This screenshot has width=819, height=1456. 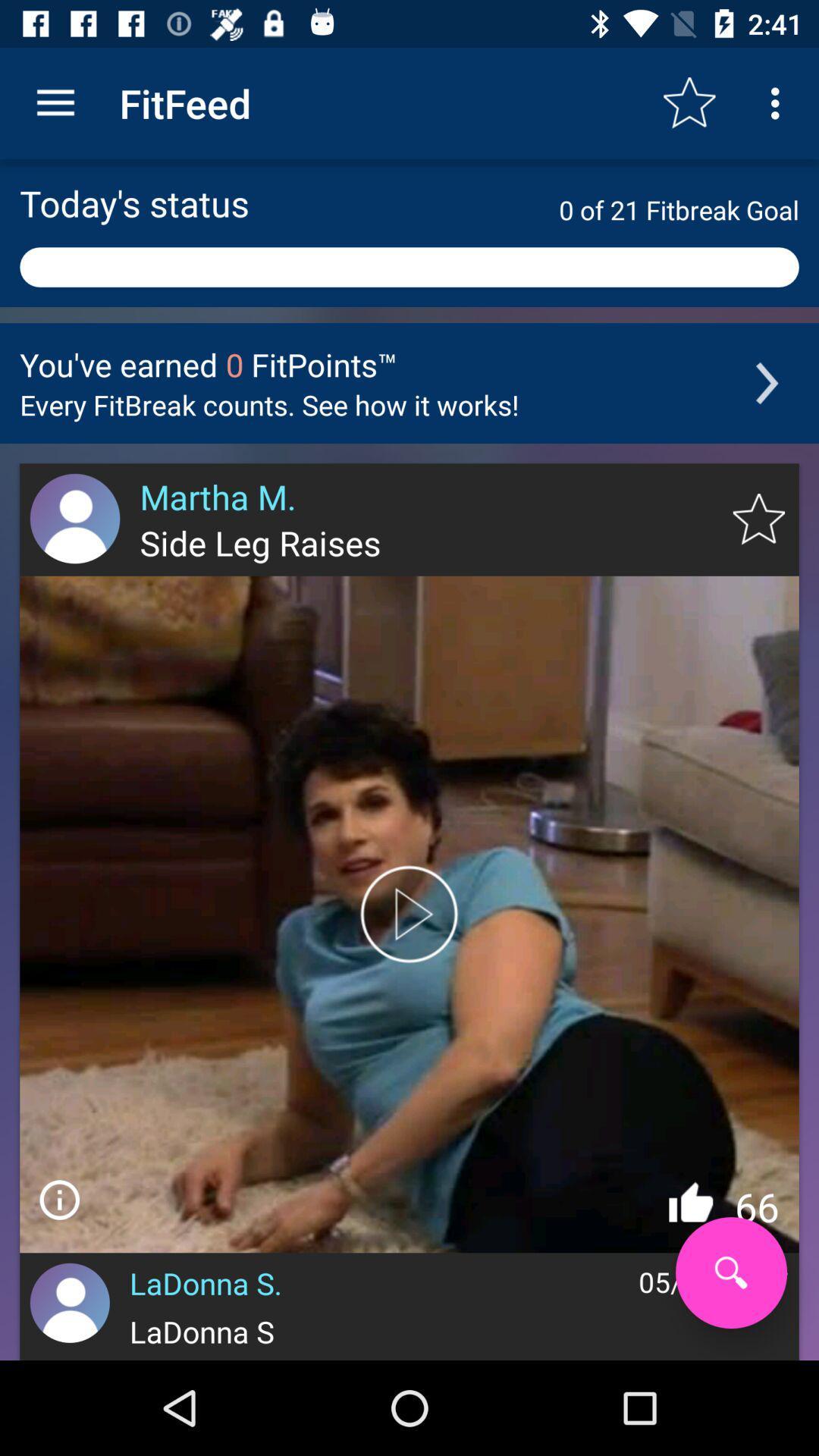 What do you see at coordinates (409, 913) in the screenshot?
I see `video` at bounding box center [409, 913].